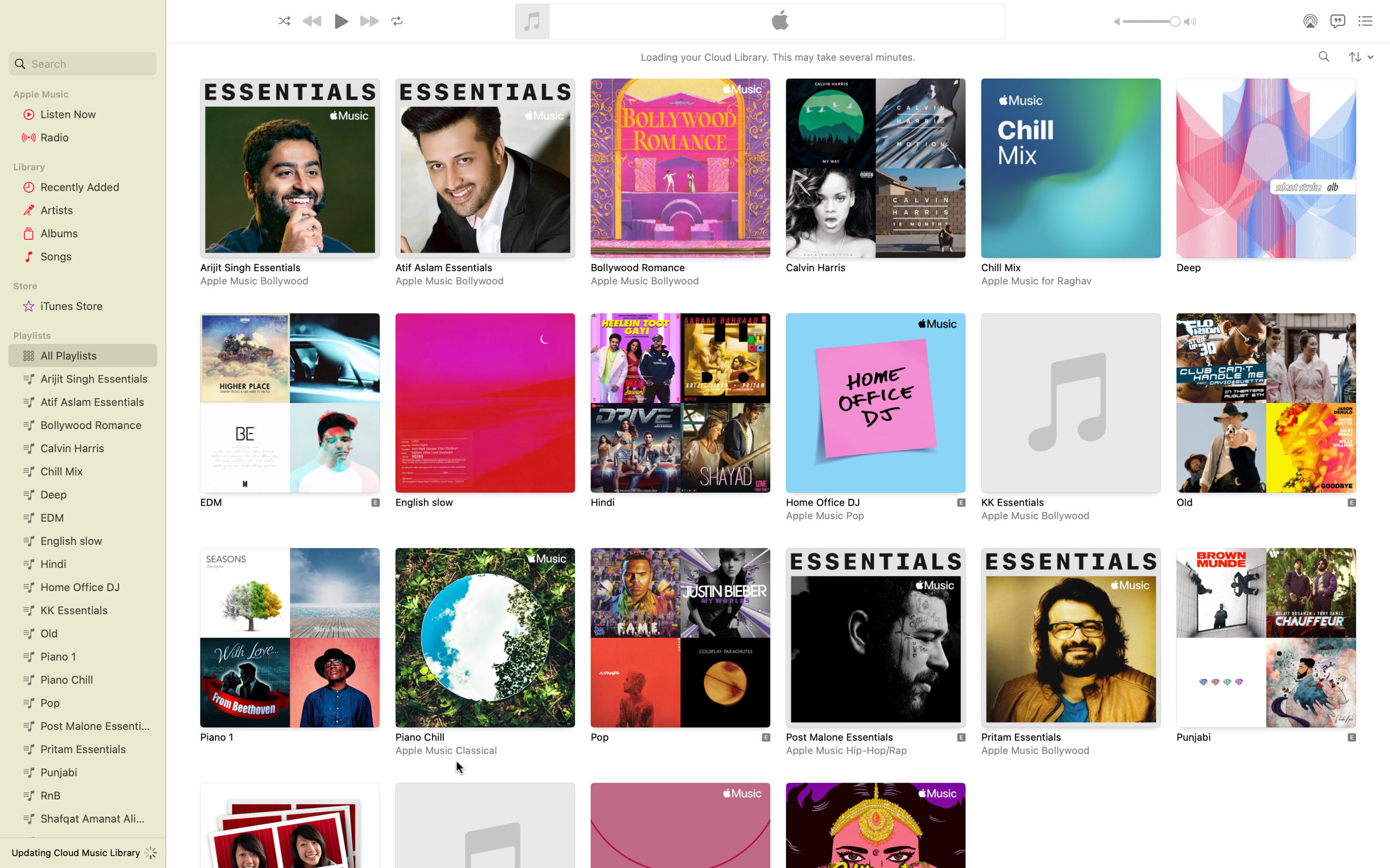 This screenshot has height=868, width=1390. Describe the element at coordinates (1324, 57) in the screenshot. I see `Search for songs by "Calvin Harris` at that location.